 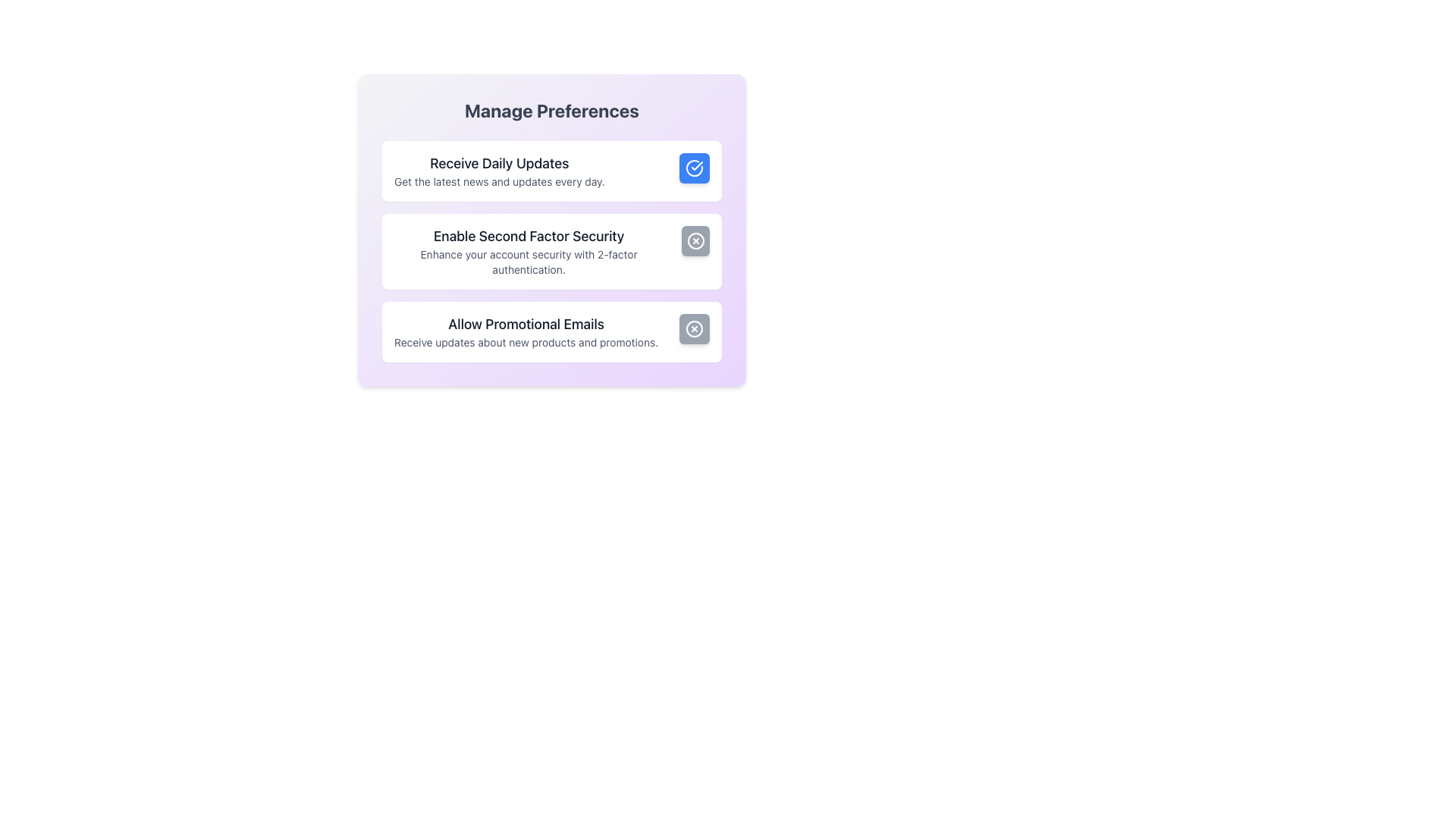 I want to click on the icon indicating the 'Enable Second Factor Security' option, located on the right side of the second option in the vertical stack within the modal box, so click(x=695, y=240).